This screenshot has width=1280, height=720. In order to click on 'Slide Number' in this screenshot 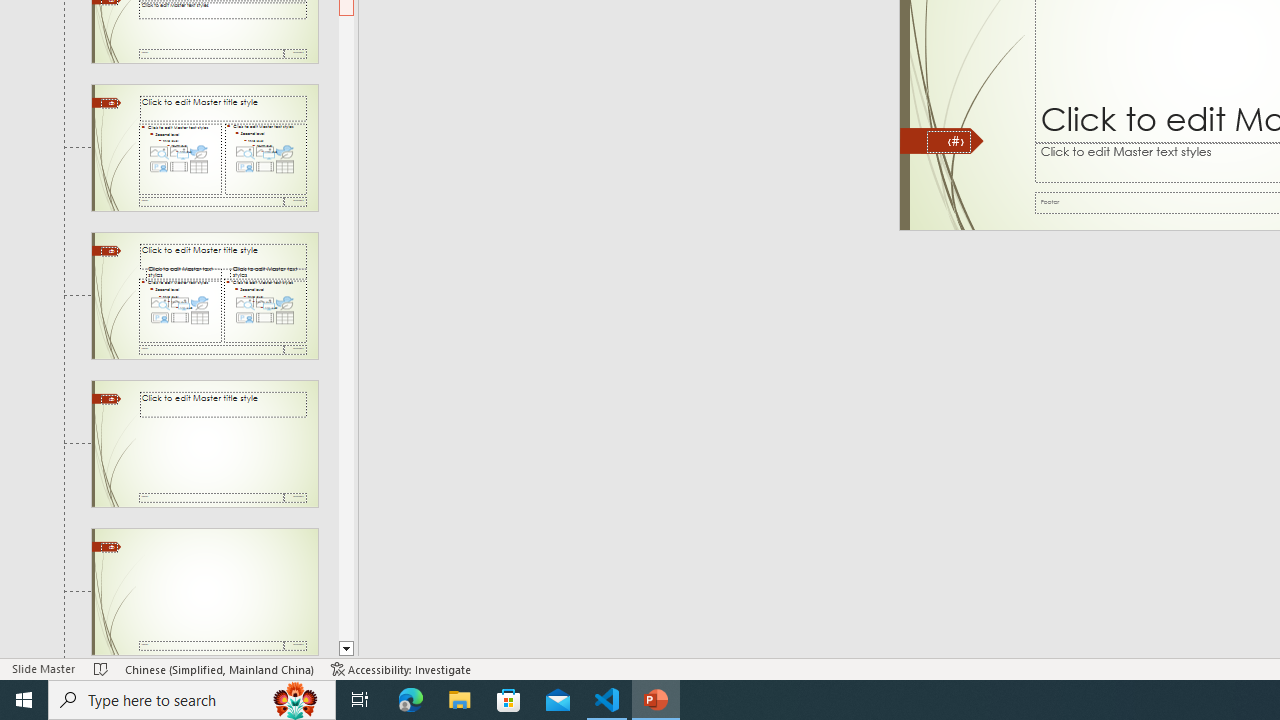, I will do `click(948, 140)`.